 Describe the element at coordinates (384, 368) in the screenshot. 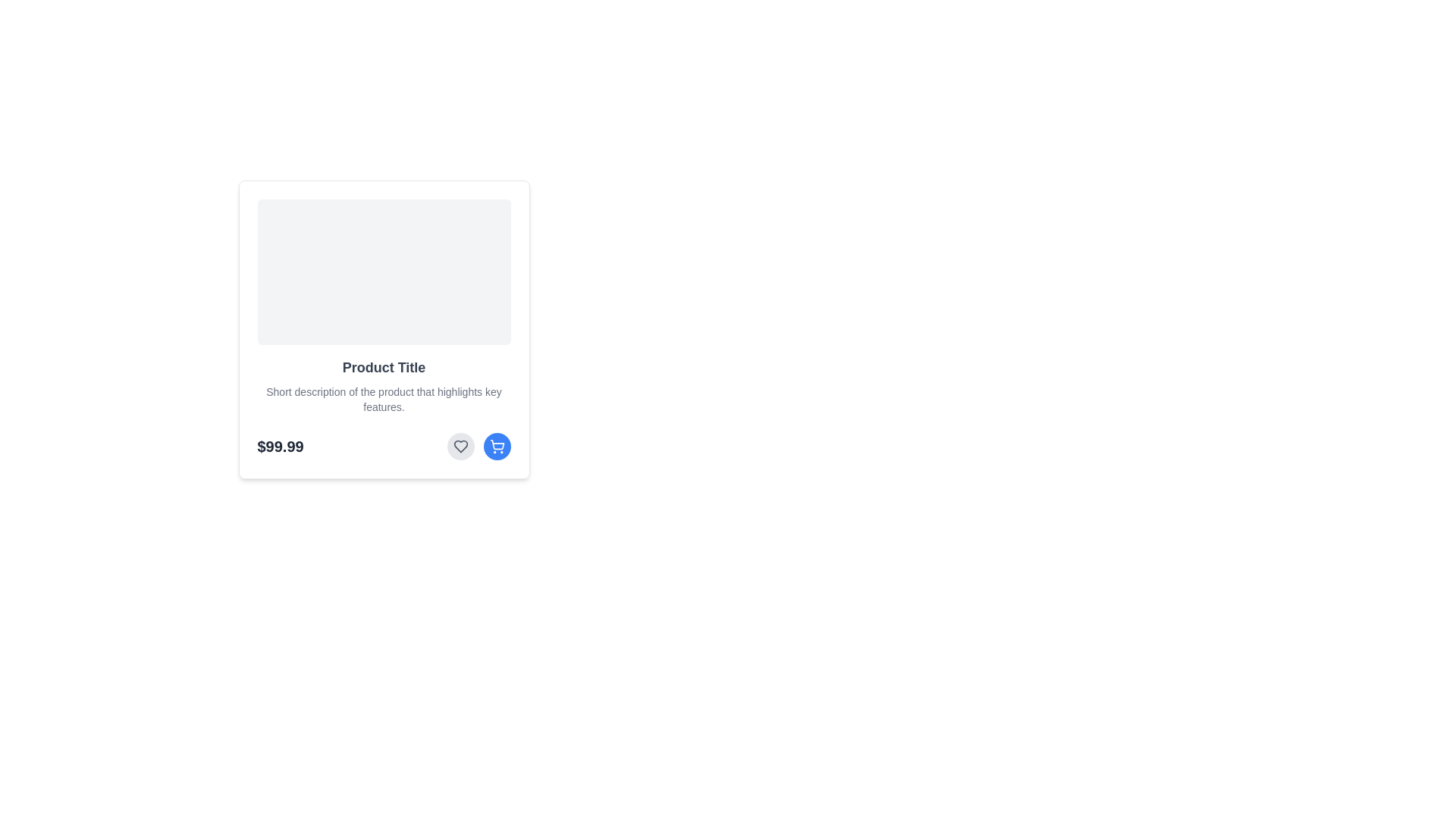

I see `the text label displaying the product name in the card interface` at that location.